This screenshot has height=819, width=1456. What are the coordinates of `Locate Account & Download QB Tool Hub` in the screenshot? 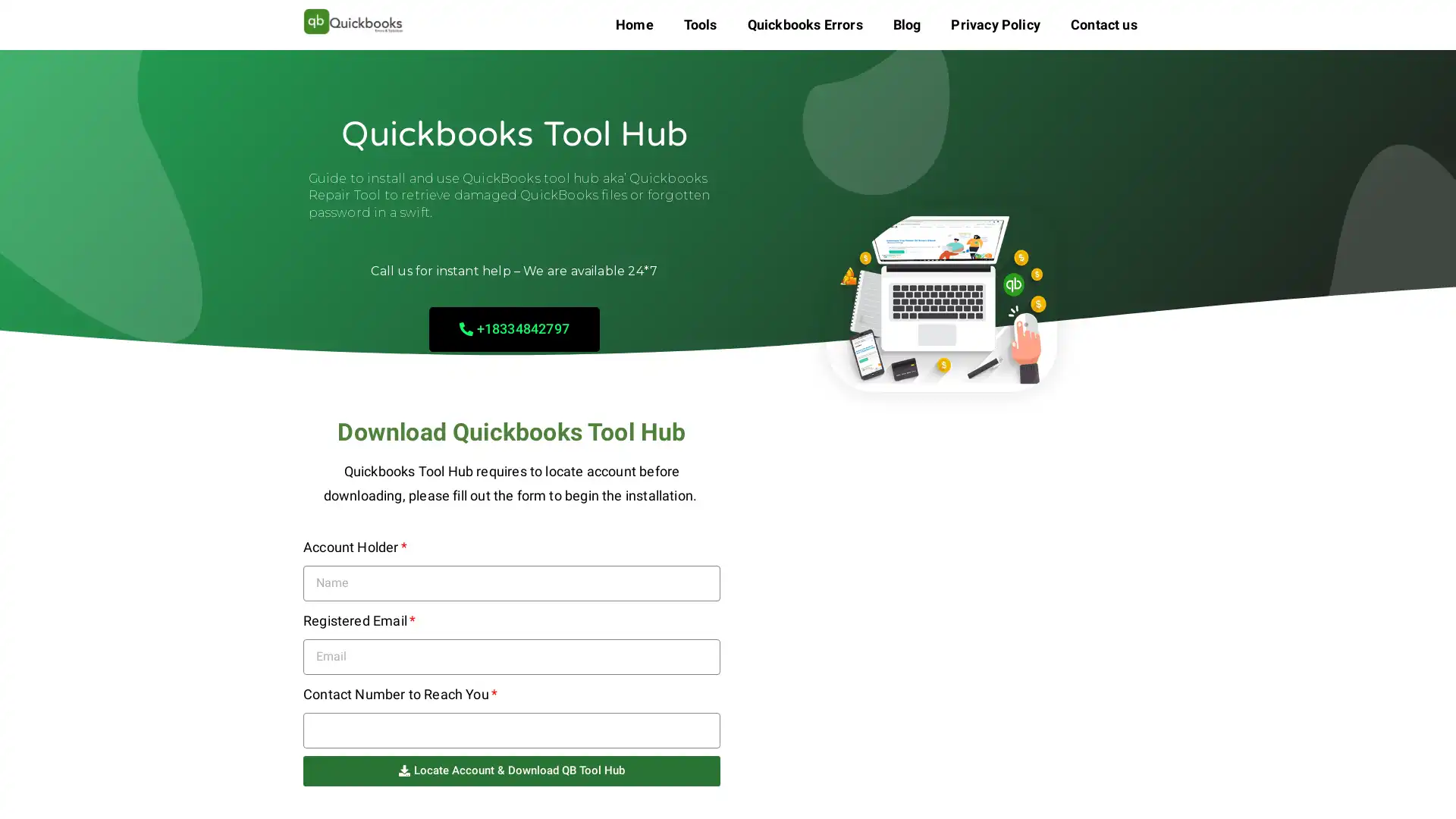 It's located at (512, 770).